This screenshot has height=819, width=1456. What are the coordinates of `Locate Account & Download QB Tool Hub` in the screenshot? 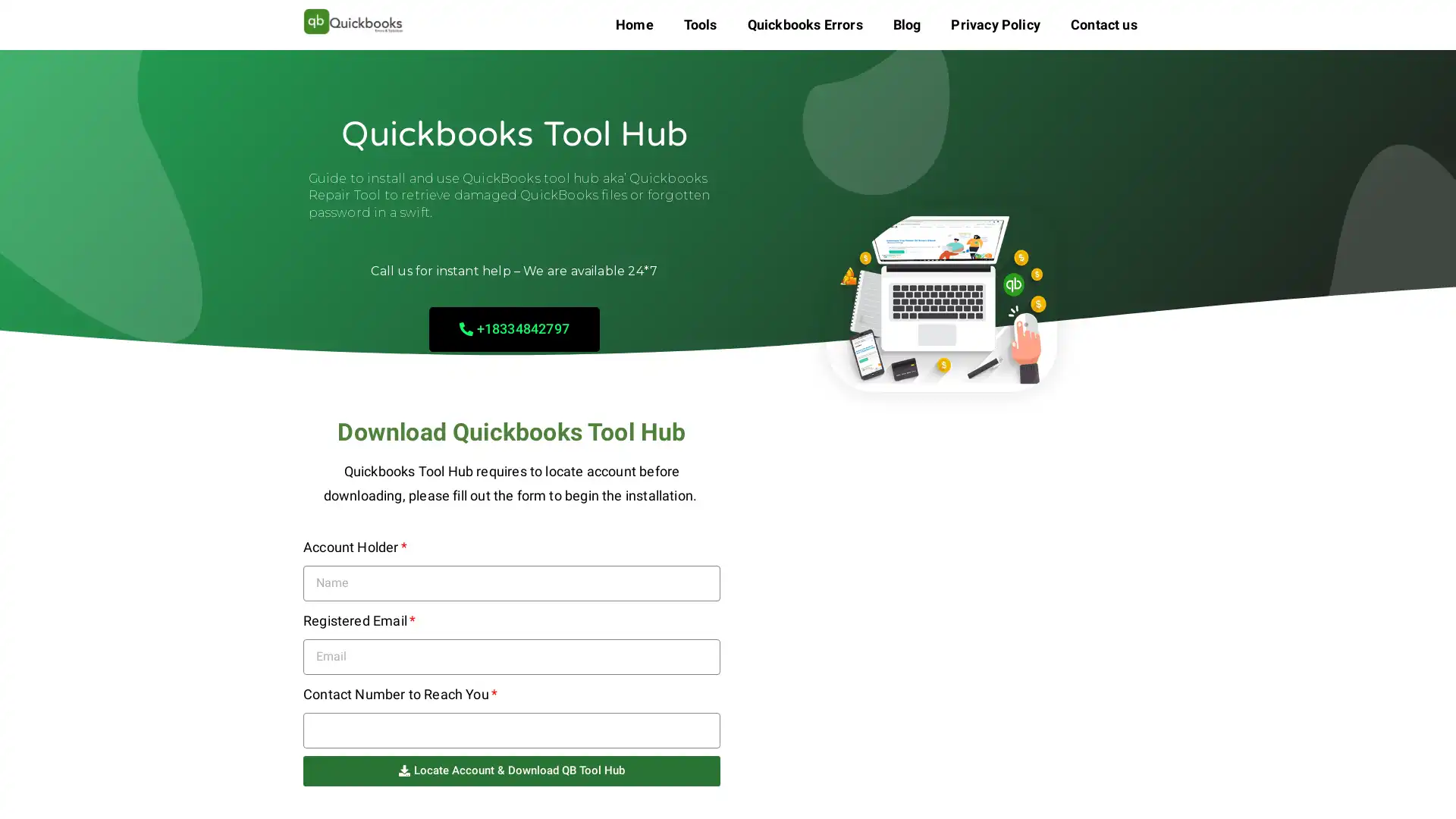 It's located at (512, 770).